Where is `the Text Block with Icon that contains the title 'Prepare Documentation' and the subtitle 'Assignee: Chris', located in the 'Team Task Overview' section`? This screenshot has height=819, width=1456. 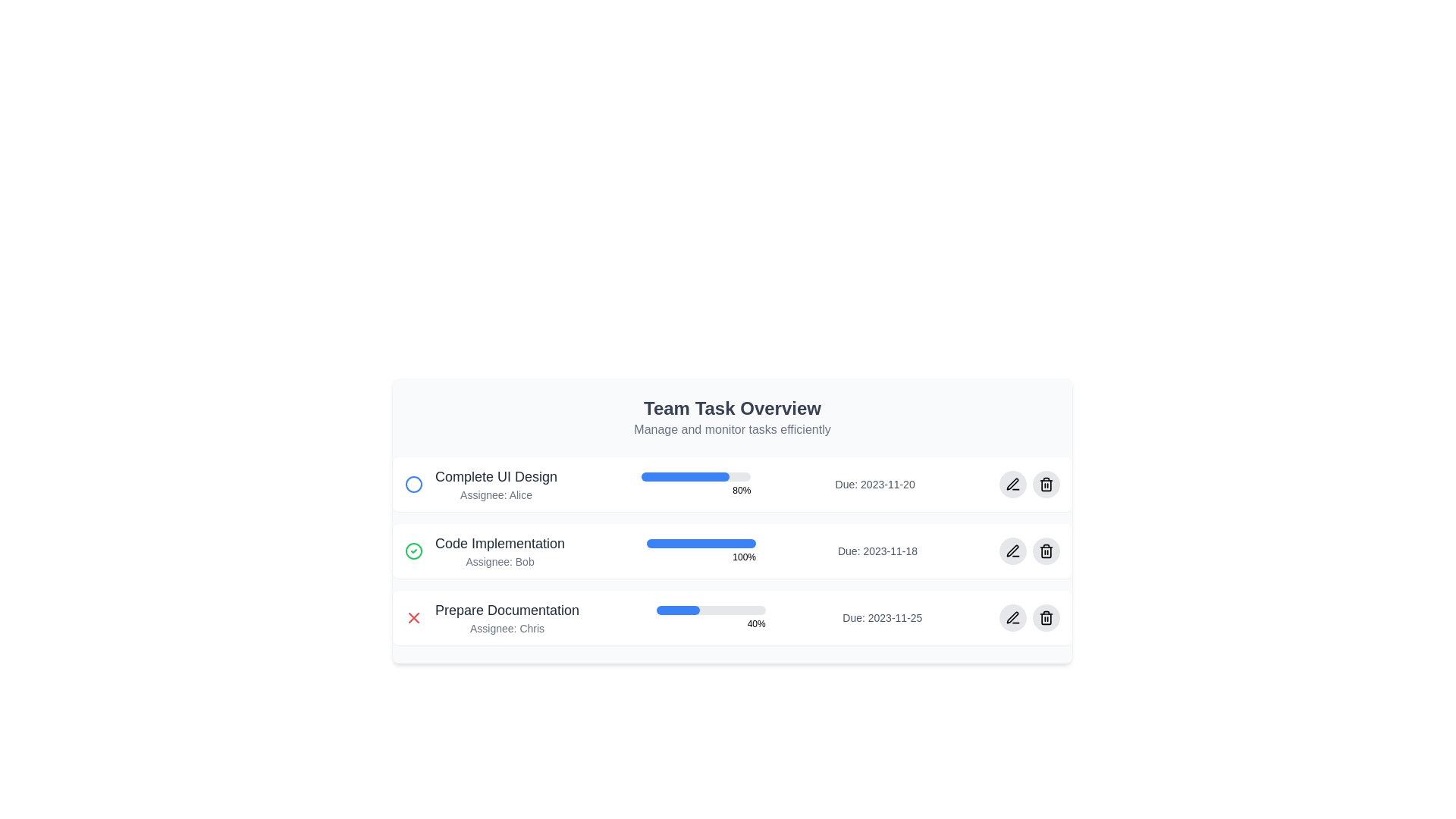 the Text Block with Icon that contains the title 'Prepare Documentation' and the subtitle 'Assignee: Chris', located in the 'Team Task Overview' section is located at coordinates (491, 617).